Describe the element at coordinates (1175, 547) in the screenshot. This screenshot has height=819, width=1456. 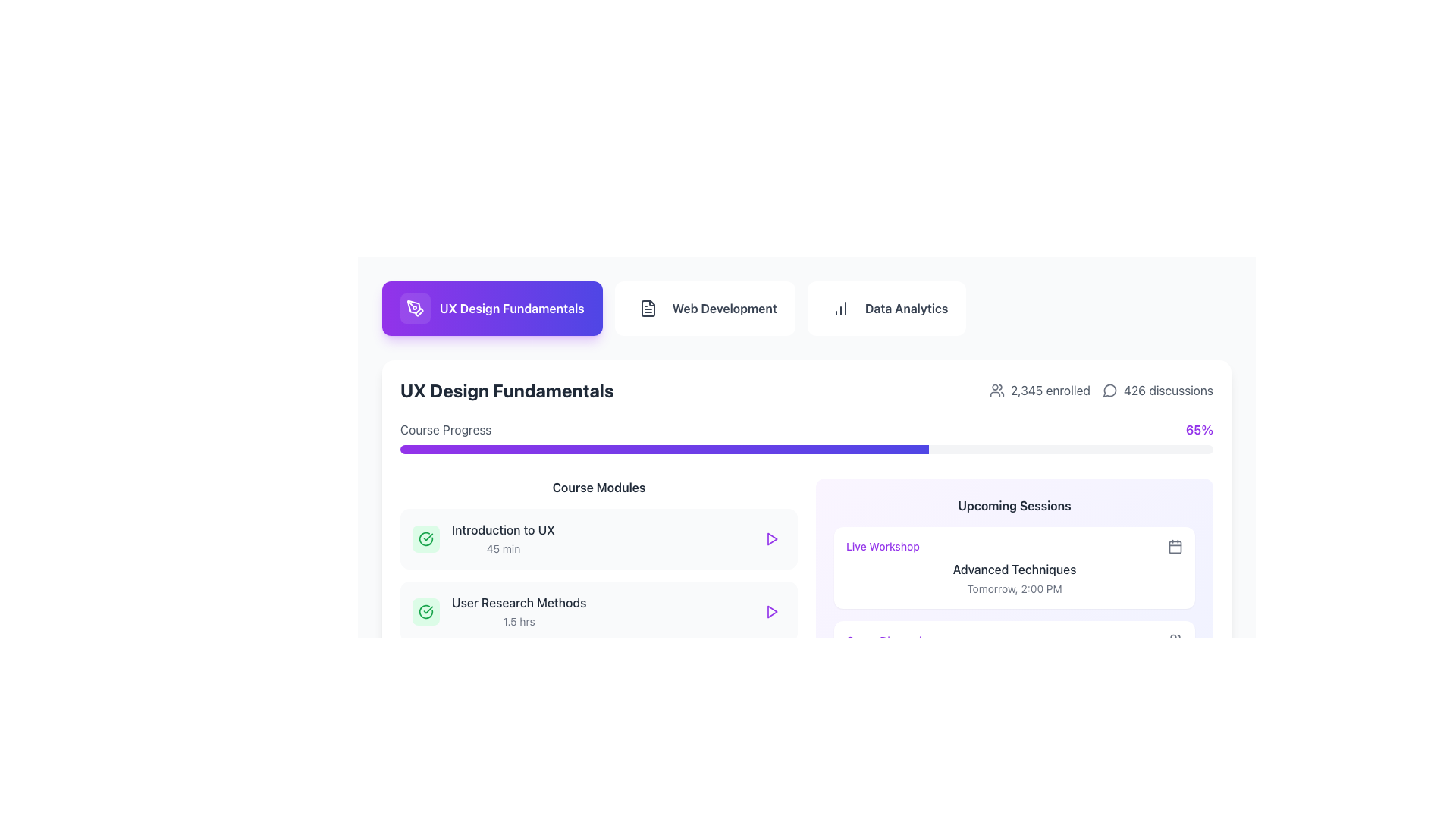
I see `the calendar SVG icon located to the right of the 'Live Workshop' text in the 'Upcoming Sessions' section` at that location.